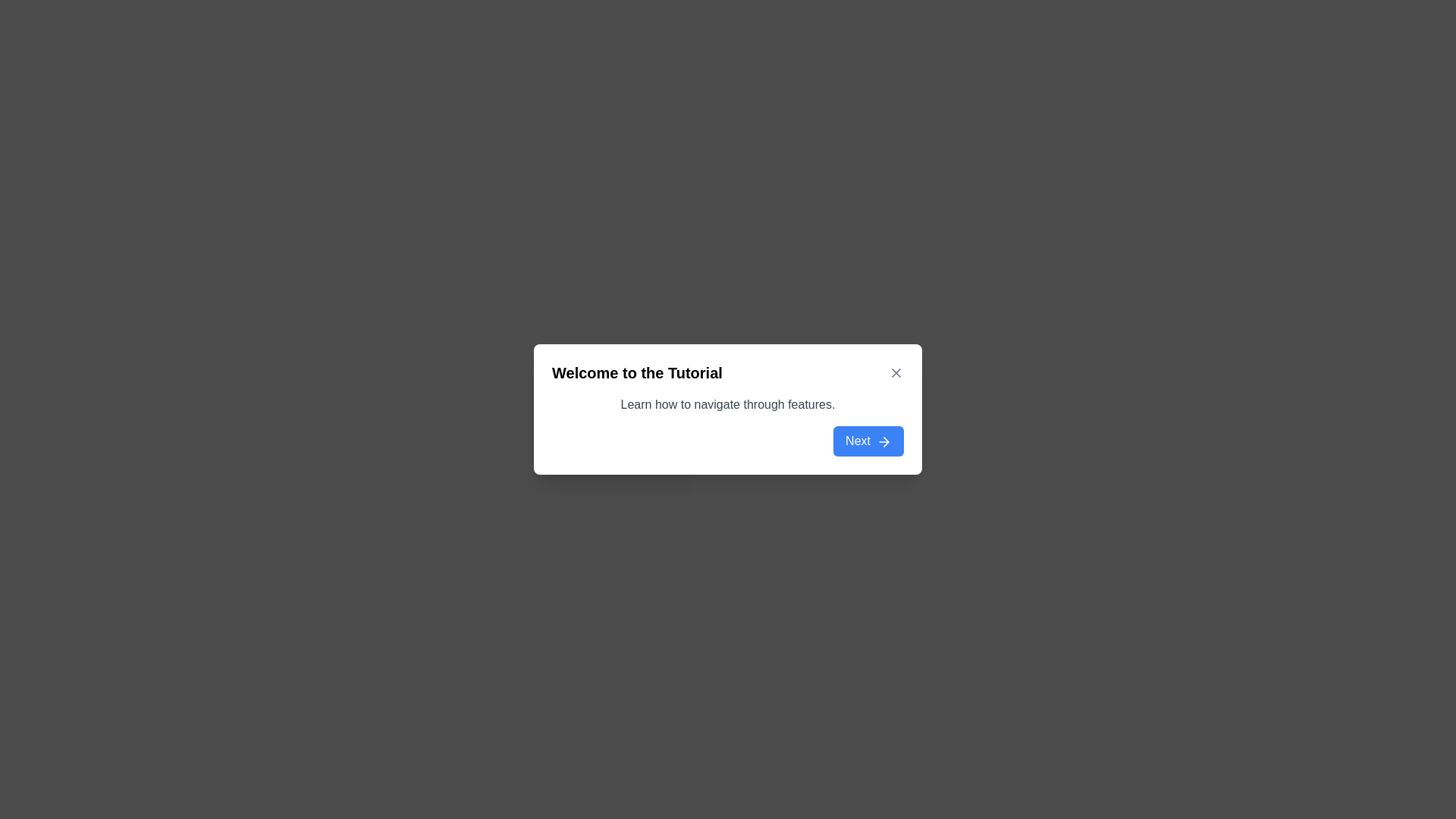  I want to click on the decorative arrow icon within the 'Next' button located in the lower-right corner of the 'Welcome to the Tutorial' modal window, so click(886, 441).